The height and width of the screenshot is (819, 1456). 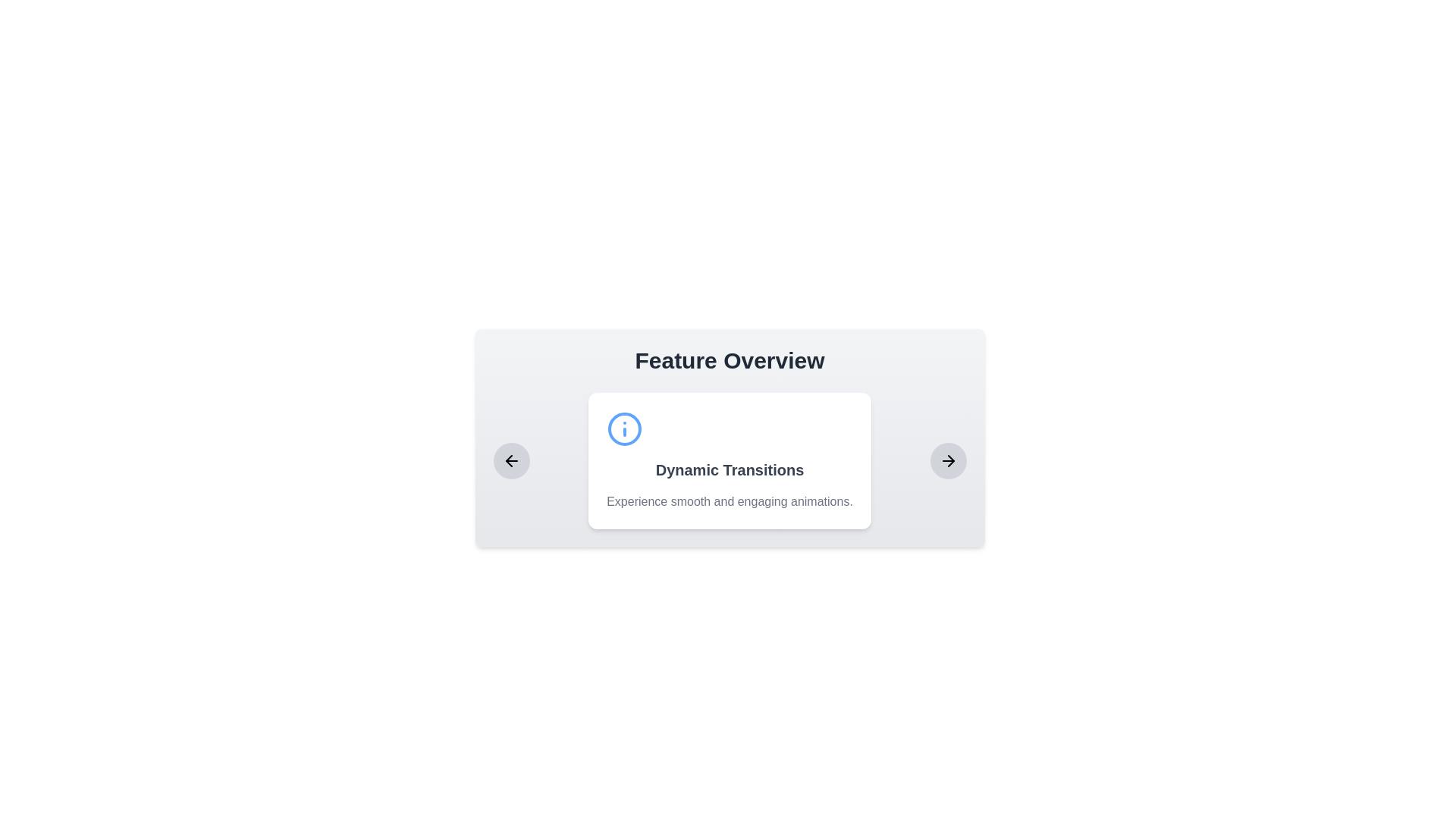 I want to click on the backward-pointing arrowhead icon located in the left-hand navigation area of the 'Feature Overview' card, so click(x=509, y=460).